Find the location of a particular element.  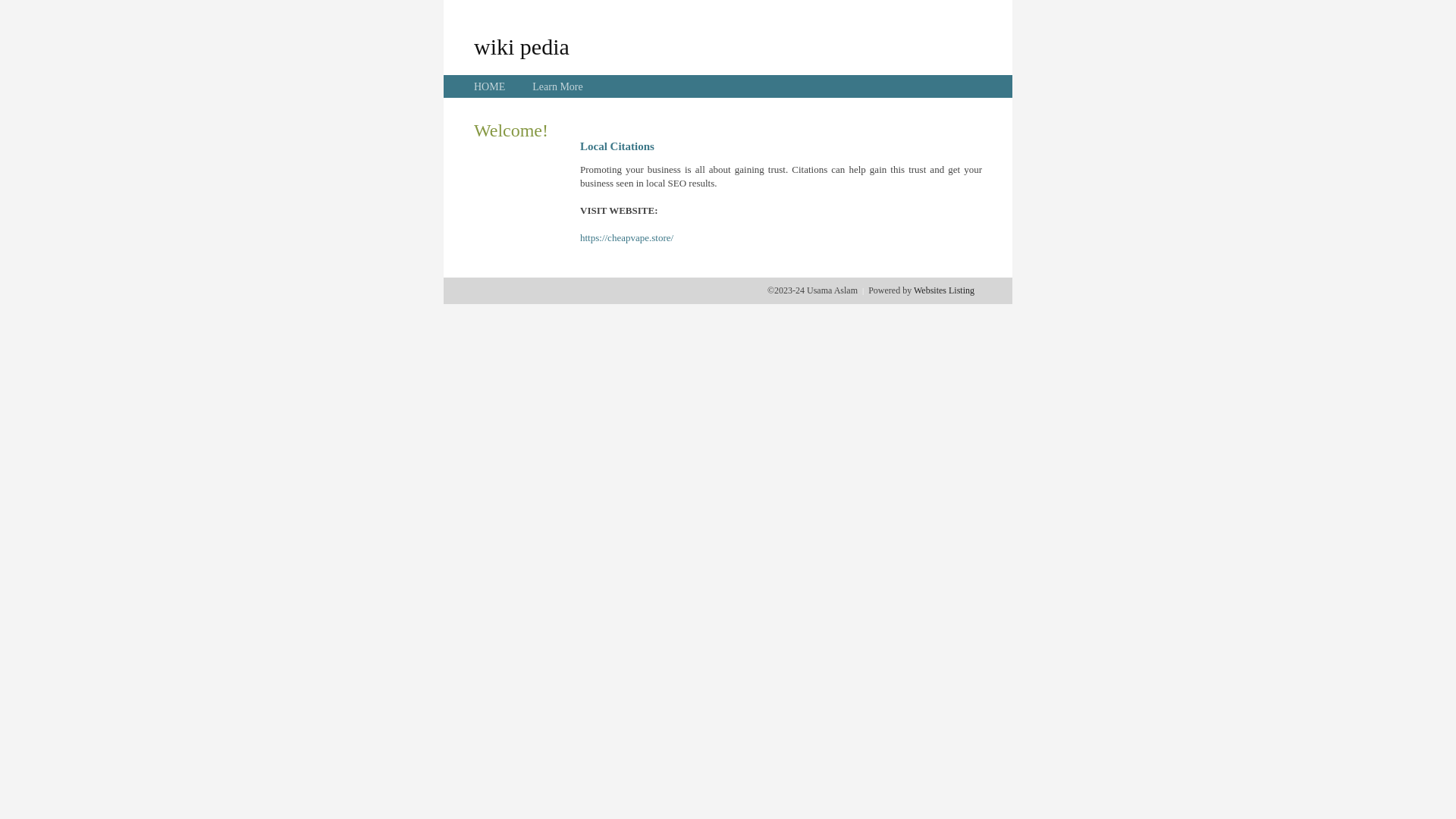

'https://cheapvape.store/' is located at coordinates (626, 237).